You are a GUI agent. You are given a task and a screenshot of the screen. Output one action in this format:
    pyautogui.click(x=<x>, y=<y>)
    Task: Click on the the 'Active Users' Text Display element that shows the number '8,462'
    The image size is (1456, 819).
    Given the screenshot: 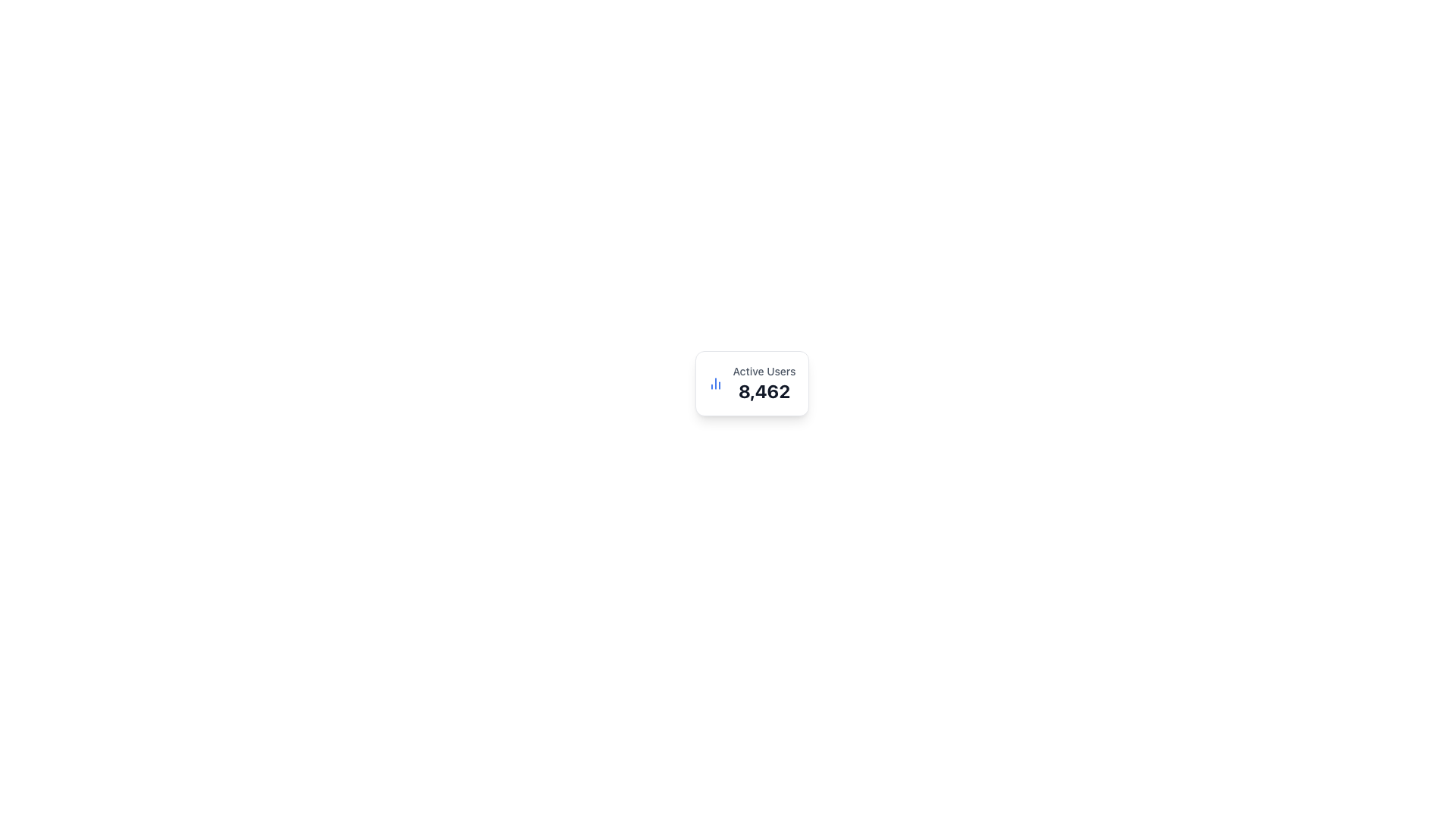 What is the action you would take?
    pyautogui.click(x=764, y=382)
    